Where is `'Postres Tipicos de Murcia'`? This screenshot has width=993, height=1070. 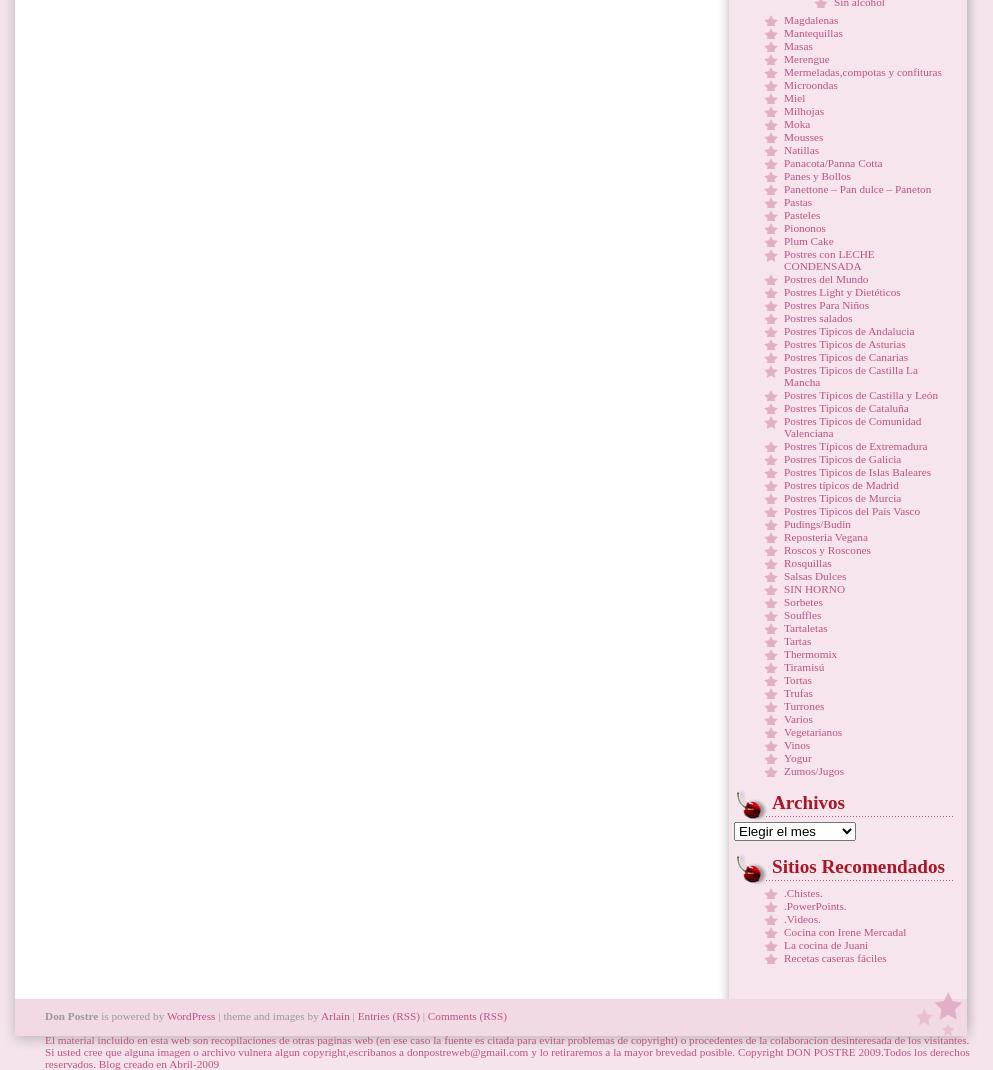 'Postres Tipicos de Murcia' is located at coordinates (841, 497).